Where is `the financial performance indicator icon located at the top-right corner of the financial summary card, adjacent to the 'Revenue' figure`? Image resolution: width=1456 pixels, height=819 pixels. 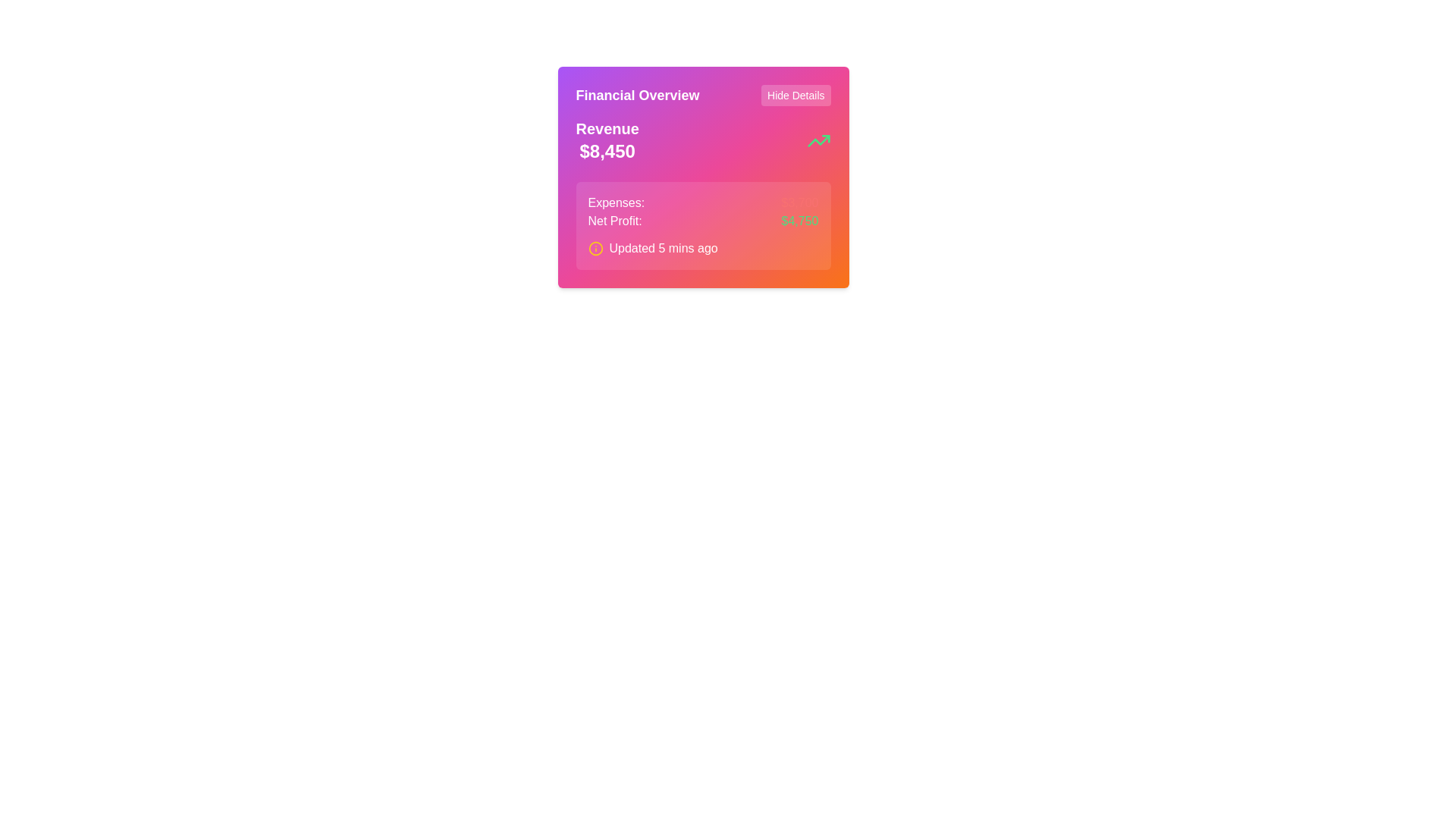 the financial performance indicator icon located at the top-right corner of the financial summary card, adjacent to the 'Revenue' figure is located at coordinates (817, 140).